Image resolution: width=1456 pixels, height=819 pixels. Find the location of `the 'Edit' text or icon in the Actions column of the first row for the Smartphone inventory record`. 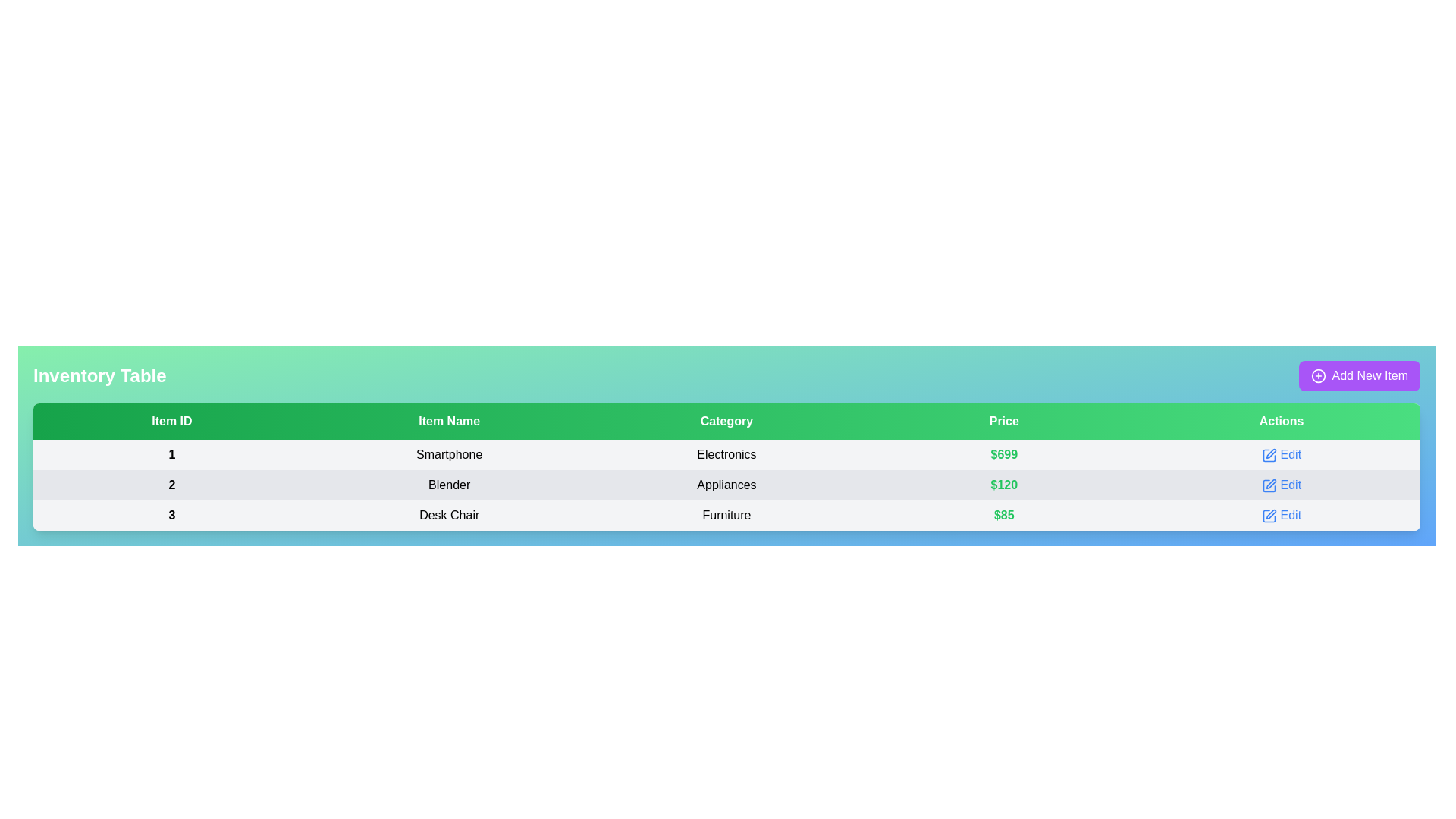

the 'Edit' text or icon in the Actions column of the first row for the Smartphone inventory record is located at coordinates (1281, 454).